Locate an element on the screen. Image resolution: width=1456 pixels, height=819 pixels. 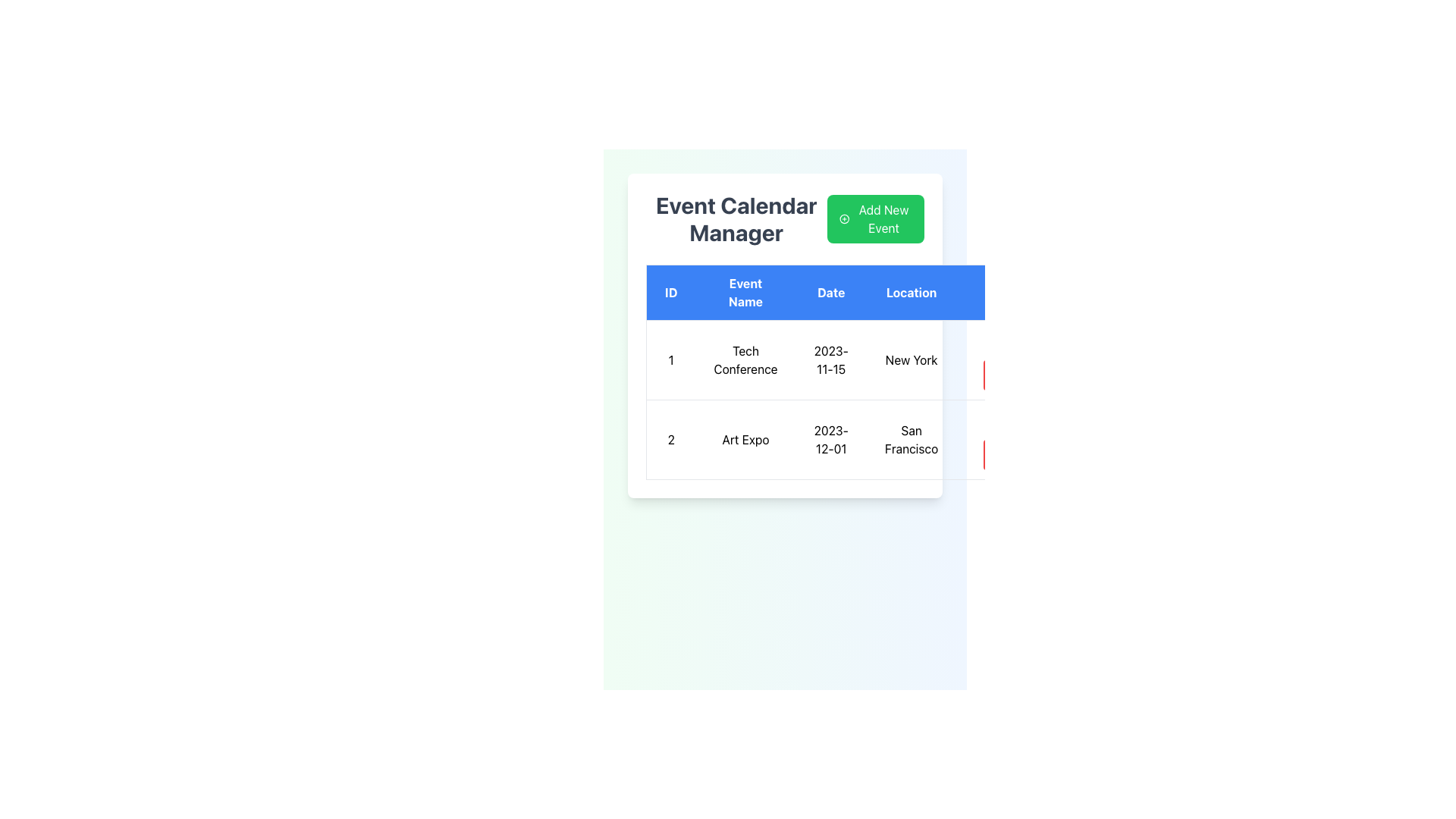
the blue rectangular label with white text reading 'Event Name' located in the header row of the table, positioned between 'ID' and 'Date' is located at coordinates (745, 292).